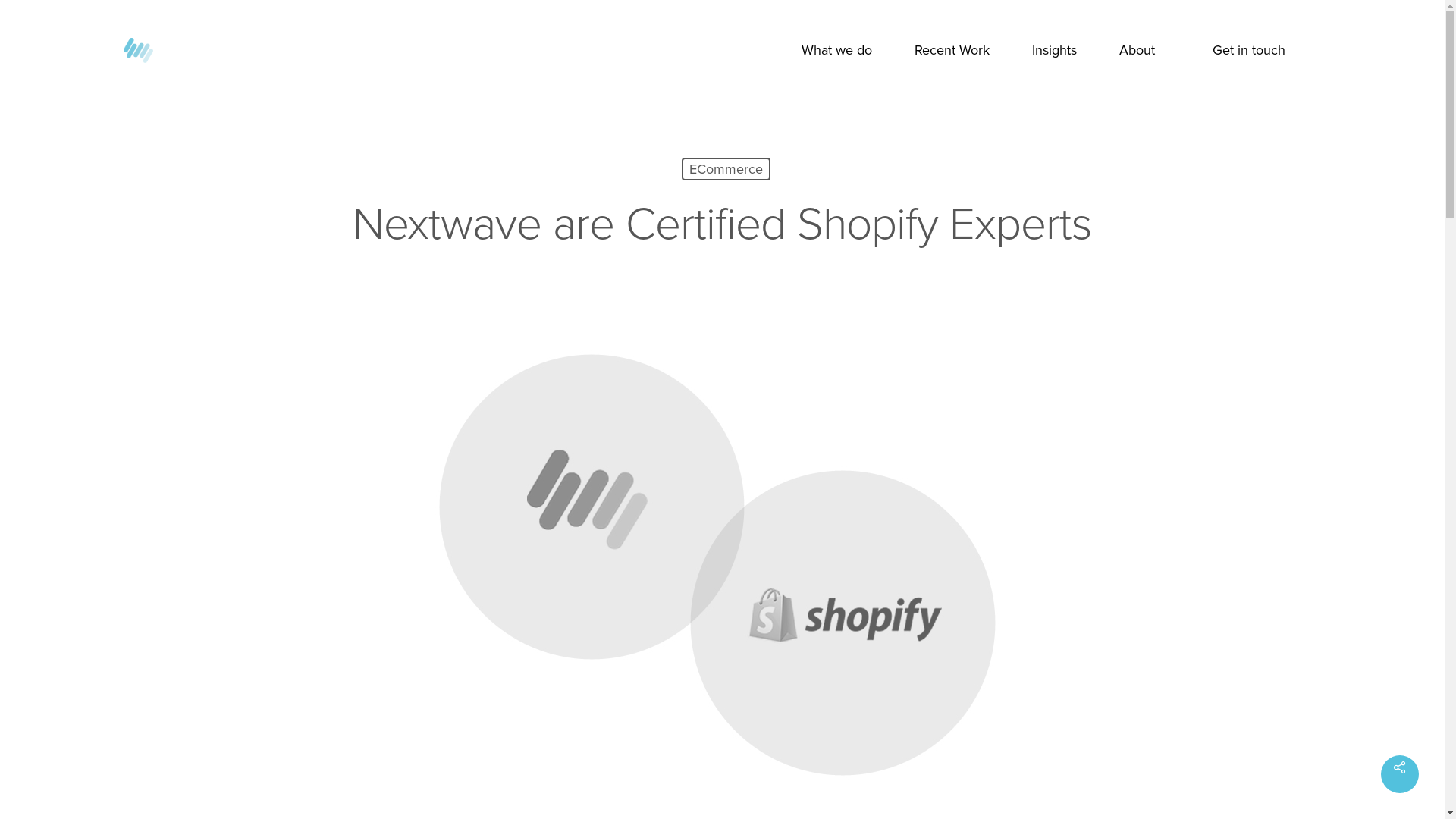  What do you see at coordinates (1053, 49) in the screenshot?
I see `'Insights'` at bounding box center [1053, 49].